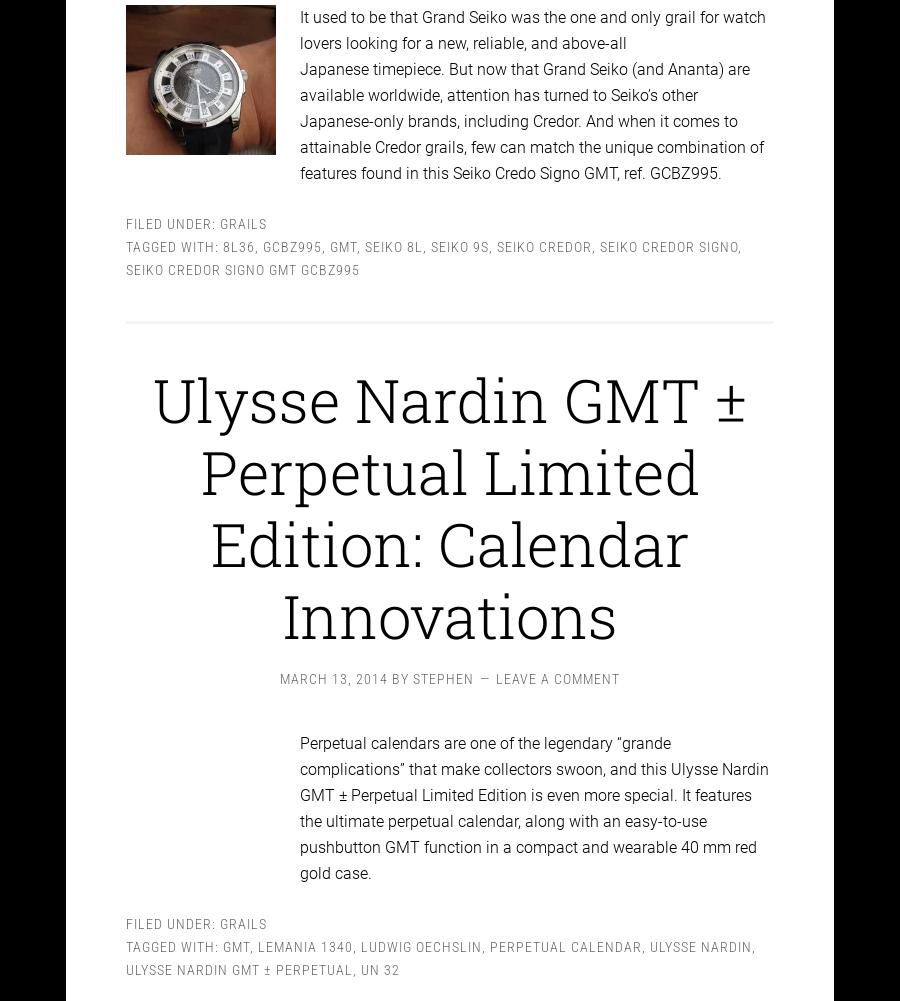 This screenshot has width=900, height=1001. What do you see at coordinates (458, 228) in the screenshot?
I see `'Seiko 9S'` at bounding box center [458, 228].